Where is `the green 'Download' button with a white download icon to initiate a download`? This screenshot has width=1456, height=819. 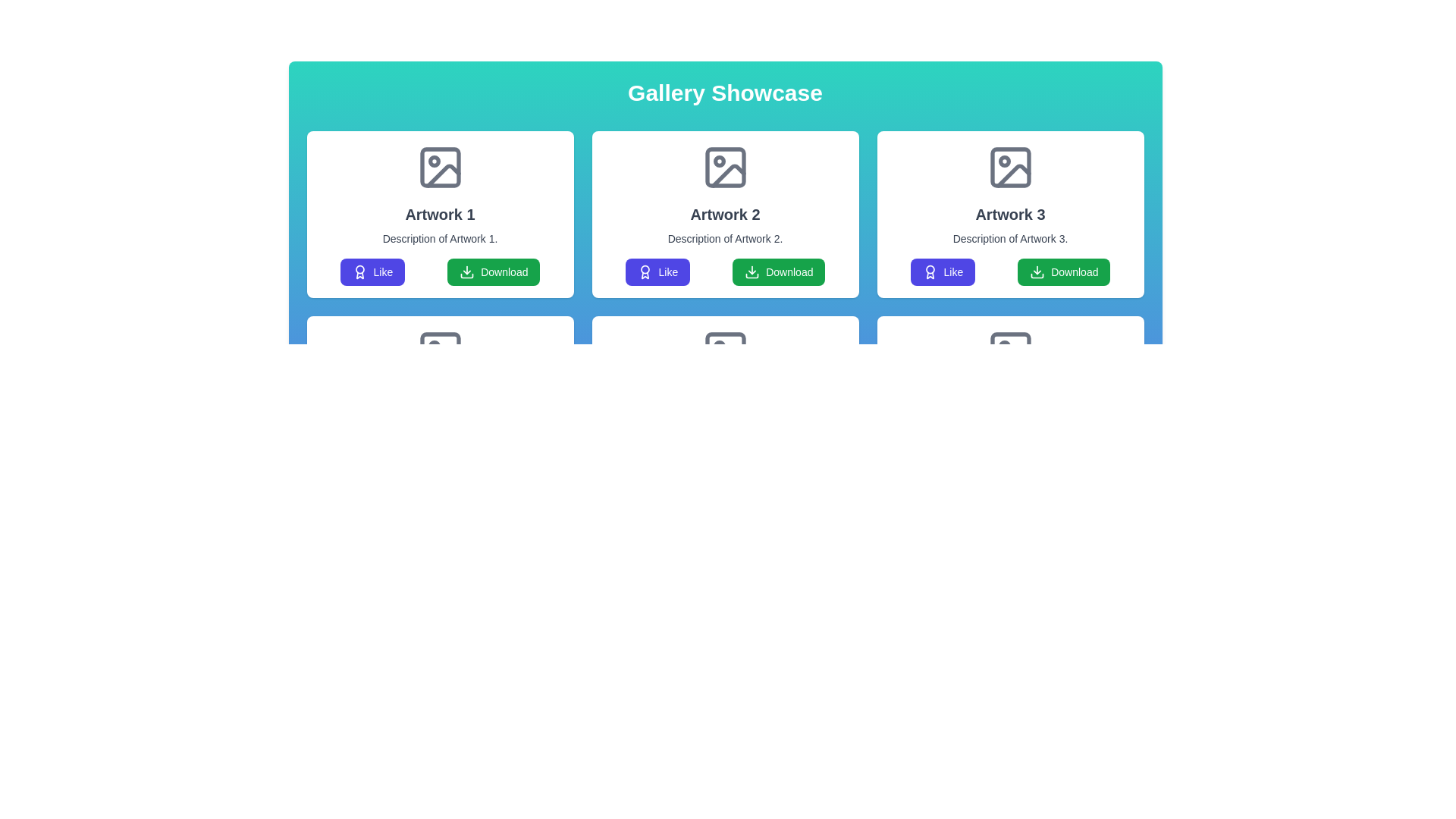 the green 'Download' button with a white download icon to initiate a download is located at coordinates (494, 271).